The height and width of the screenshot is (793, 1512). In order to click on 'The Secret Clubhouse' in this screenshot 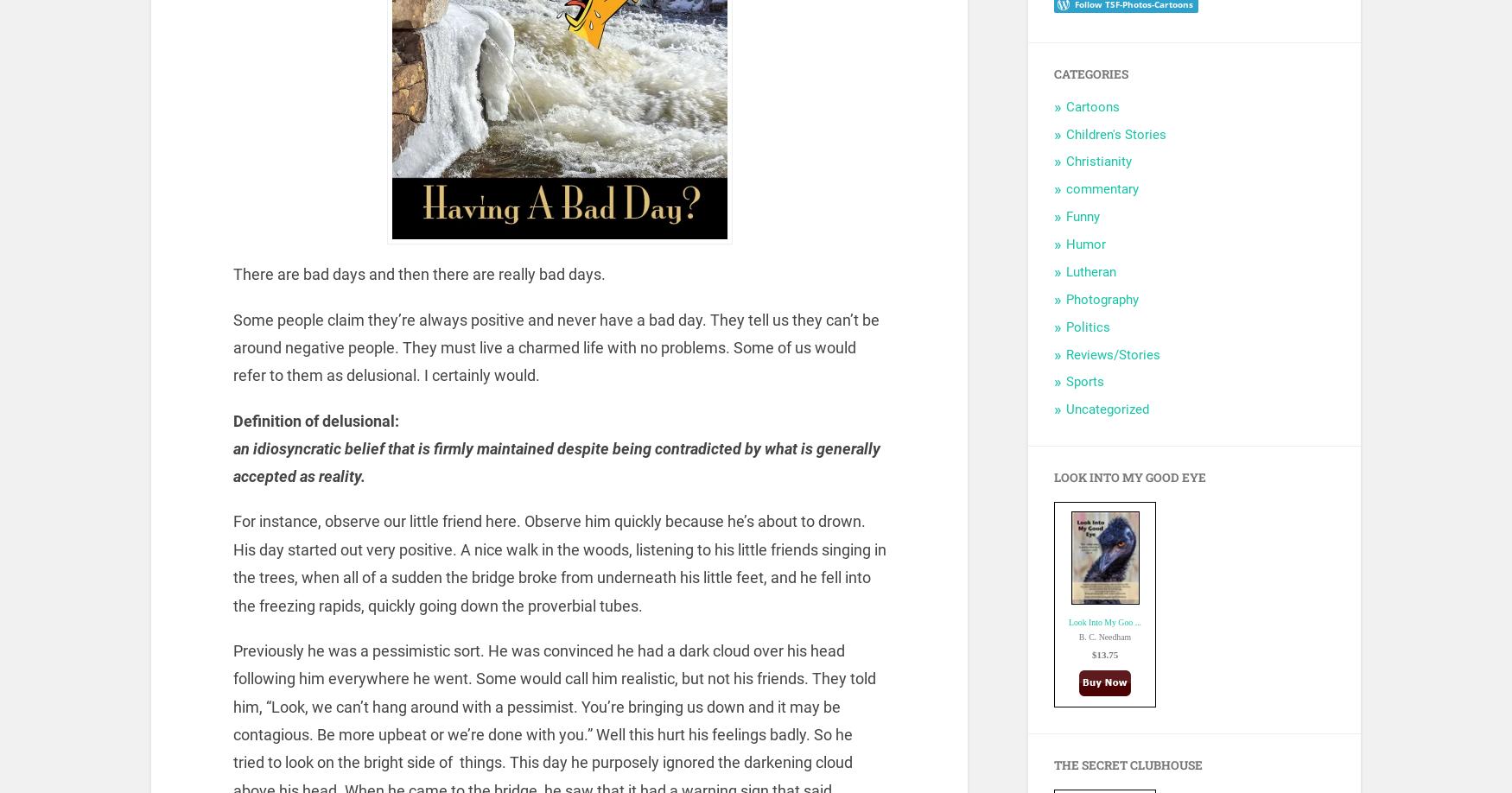, I will do `click(1128, 764)`.